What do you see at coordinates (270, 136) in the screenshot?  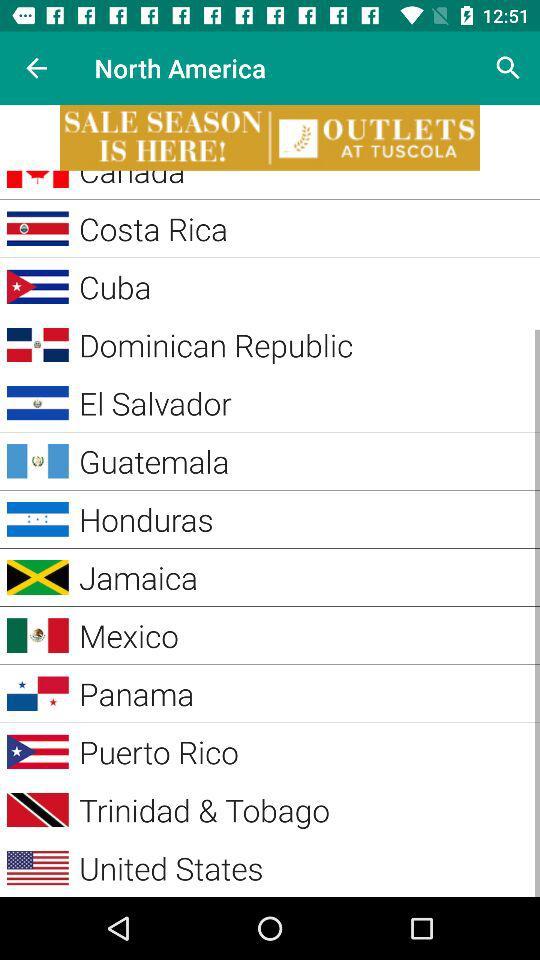 I see `adventisment` at bounding box center [270, 136].